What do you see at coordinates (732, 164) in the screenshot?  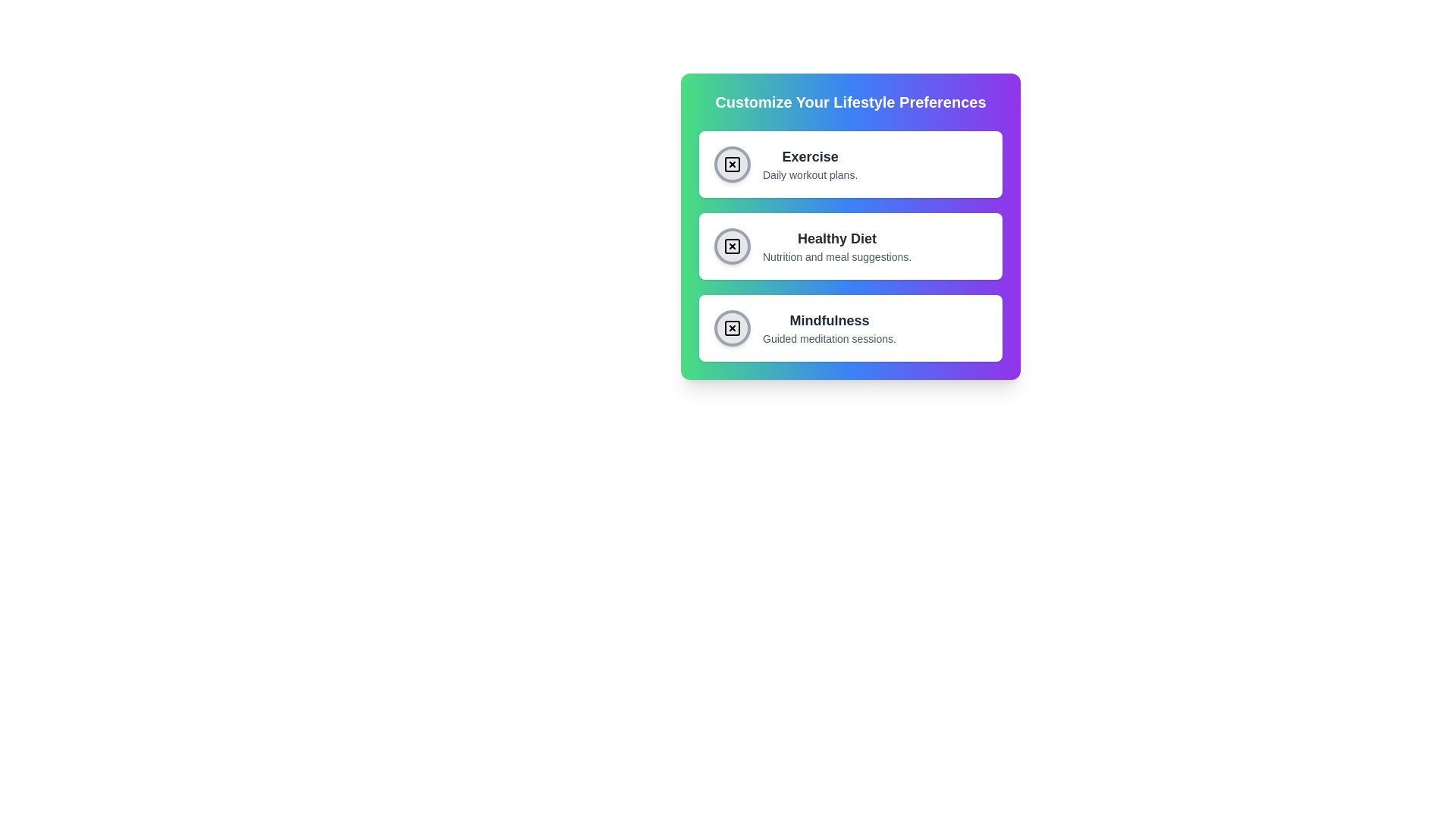 I see `the red 'X' icon within the button-like component located at the left of the 'Exercise' row in the card layout` at bounding box center [732, 164].